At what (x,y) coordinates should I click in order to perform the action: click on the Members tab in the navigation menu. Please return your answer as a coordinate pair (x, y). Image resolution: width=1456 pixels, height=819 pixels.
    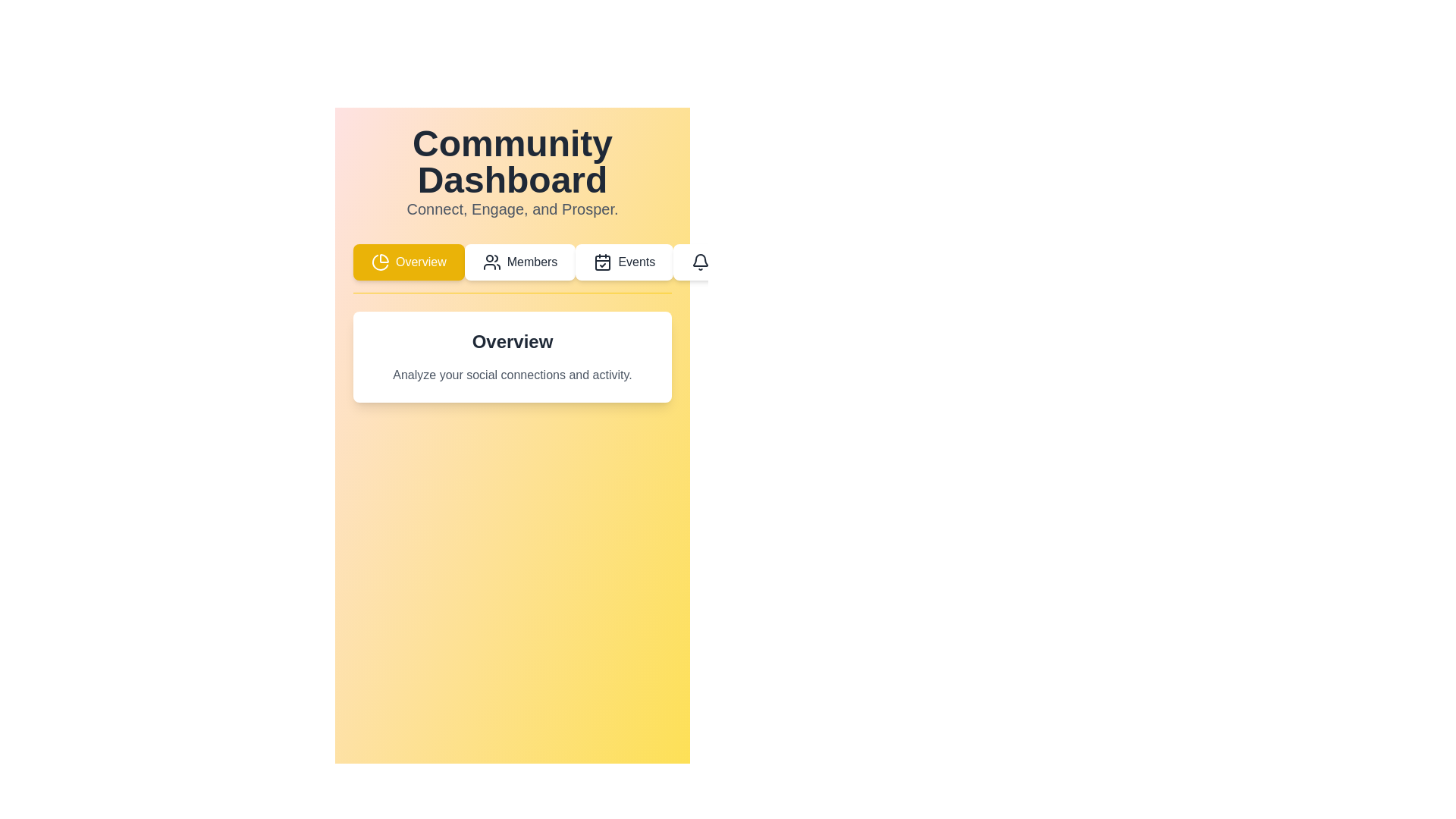
    Looking at the image, I should click on (520, 262).